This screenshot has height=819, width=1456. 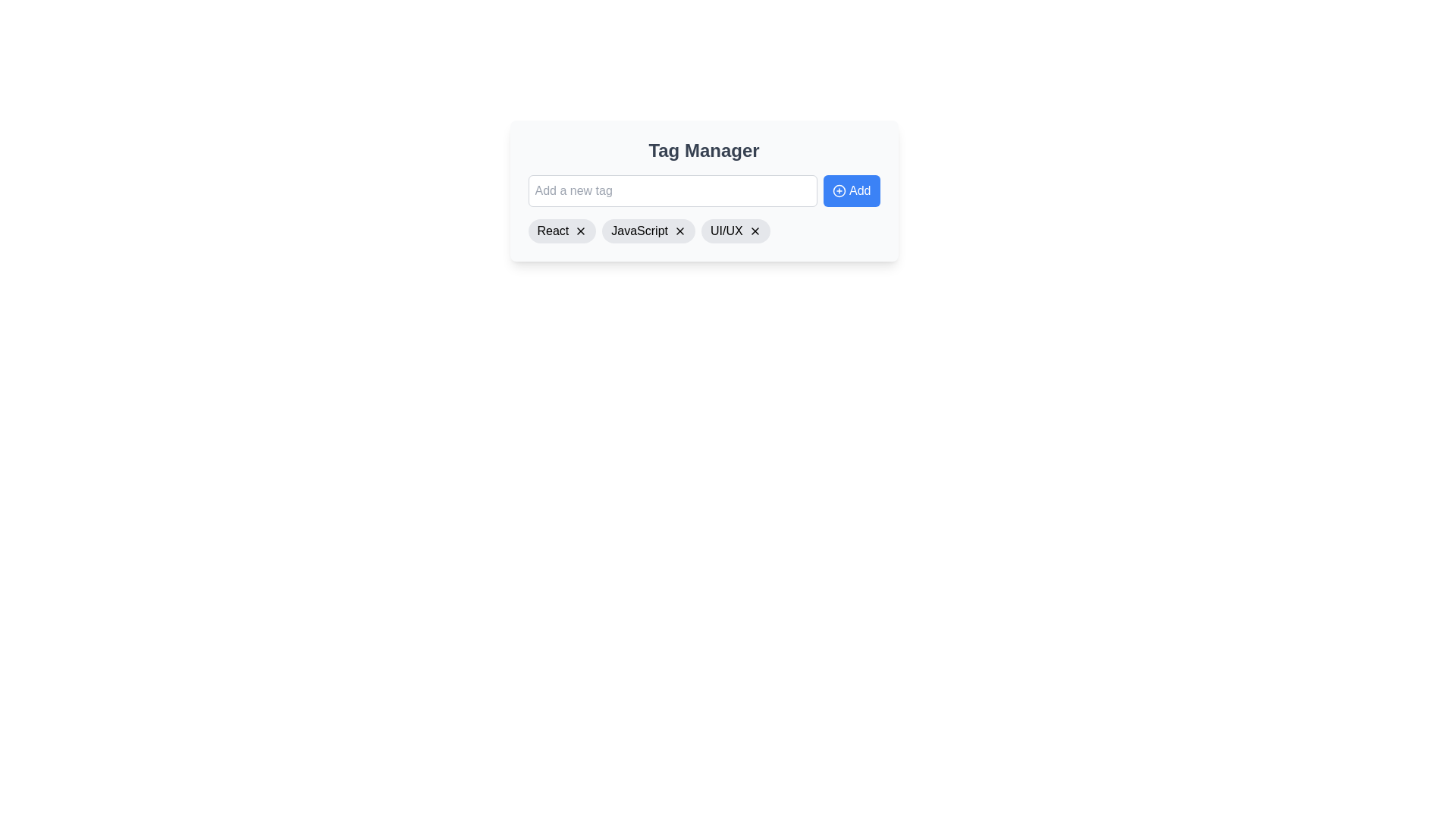 I want to click on the Close Button located to the right of the 'JavaScript' tag, so click(x=679, y=231).